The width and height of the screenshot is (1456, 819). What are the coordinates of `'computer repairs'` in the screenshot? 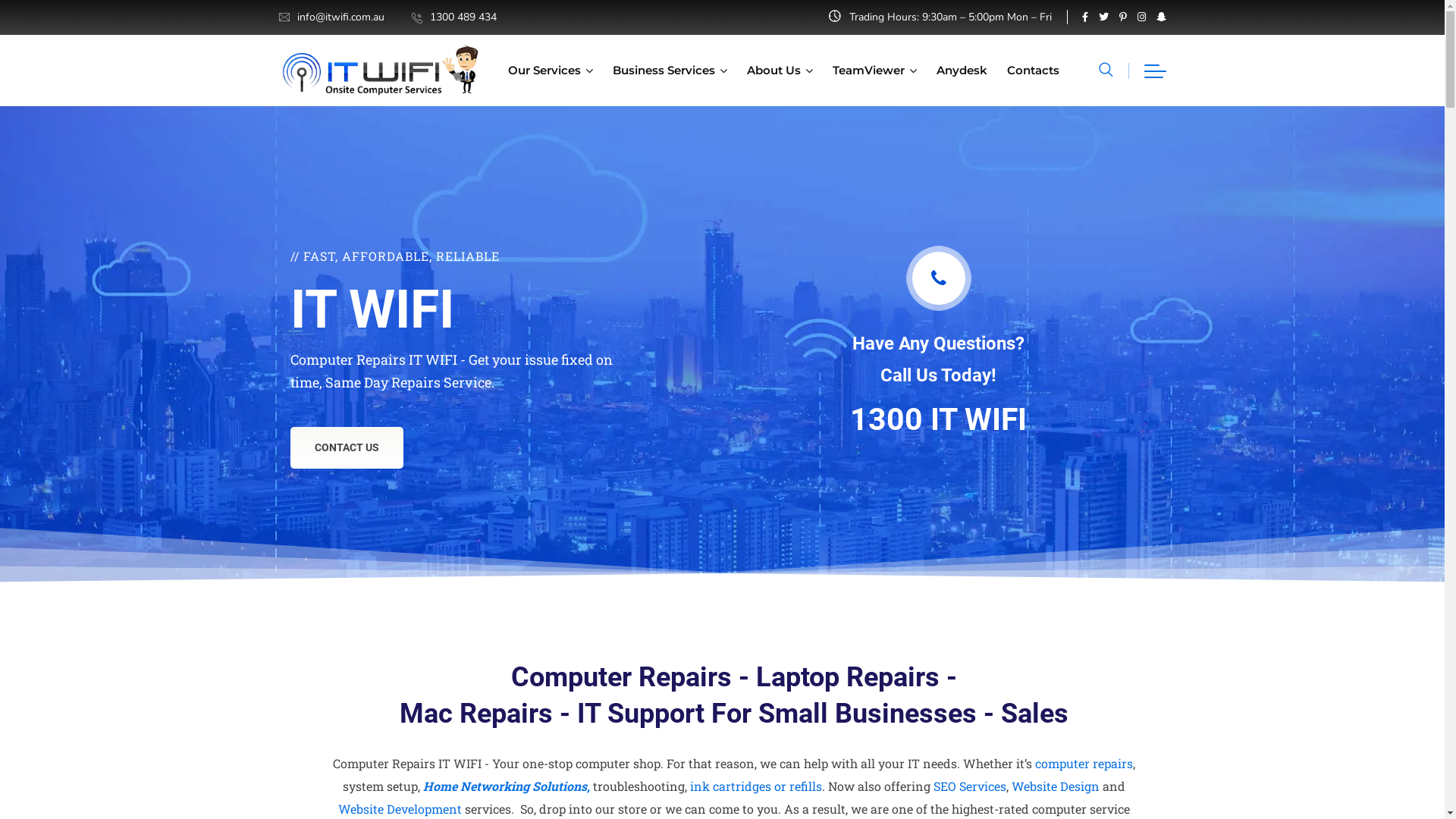 It's located at (1033, 763).